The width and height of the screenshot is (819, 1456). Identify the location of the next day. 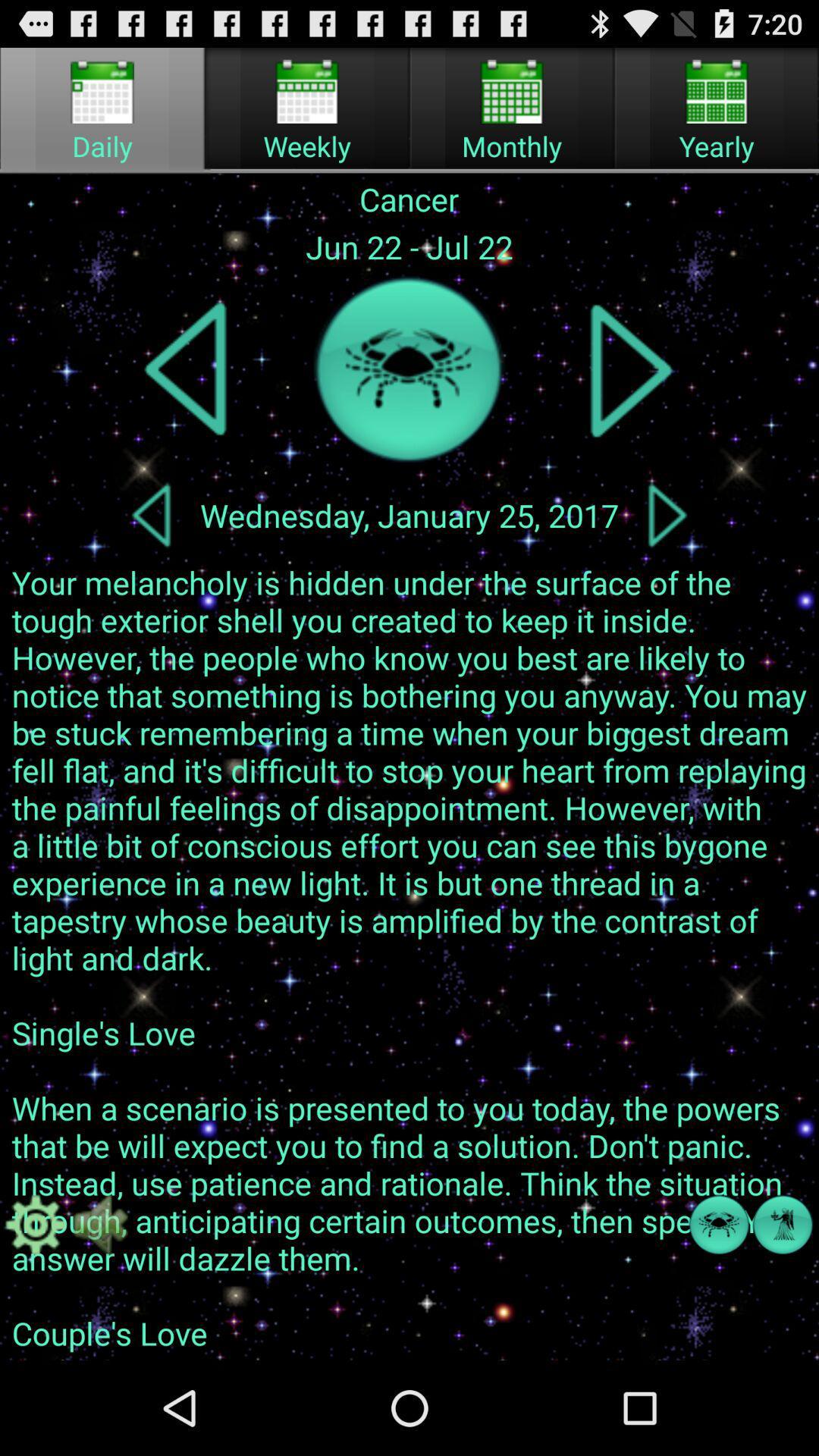
(667, 515).